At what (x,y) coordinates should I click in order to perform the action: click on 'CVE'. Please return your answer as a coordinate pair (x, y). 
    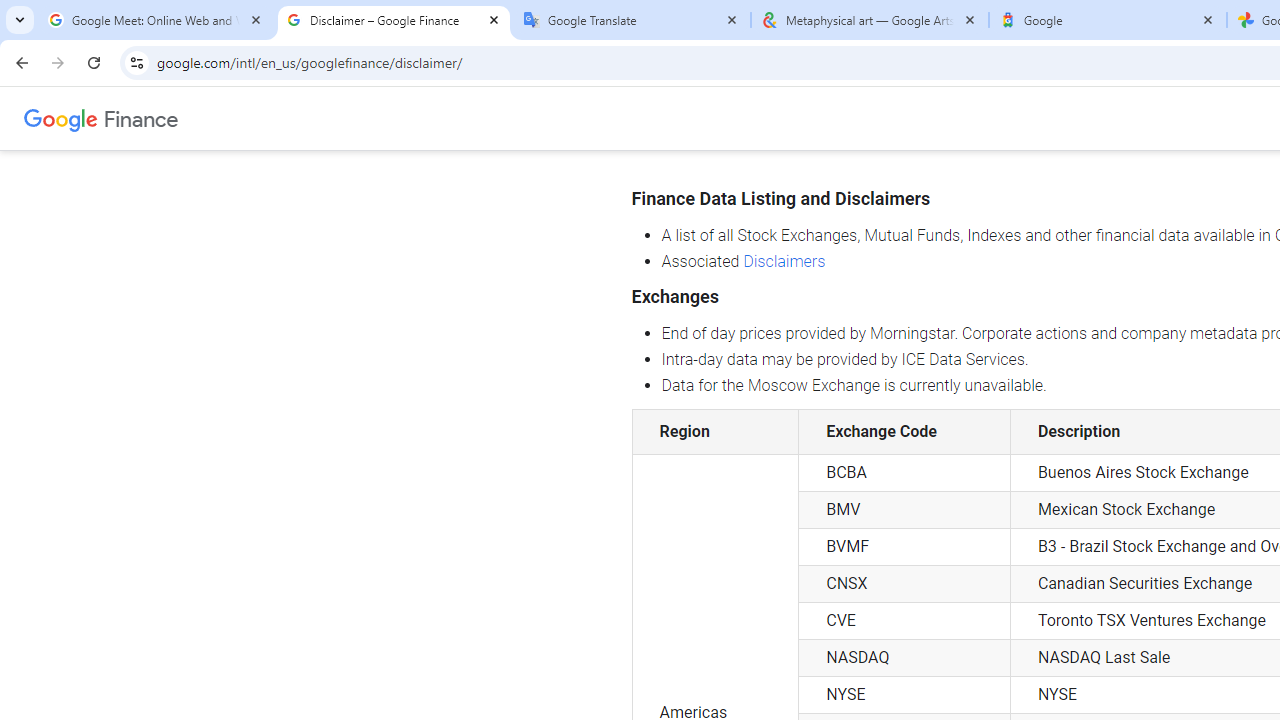
    Looking at the image, I should click on (903, 620).